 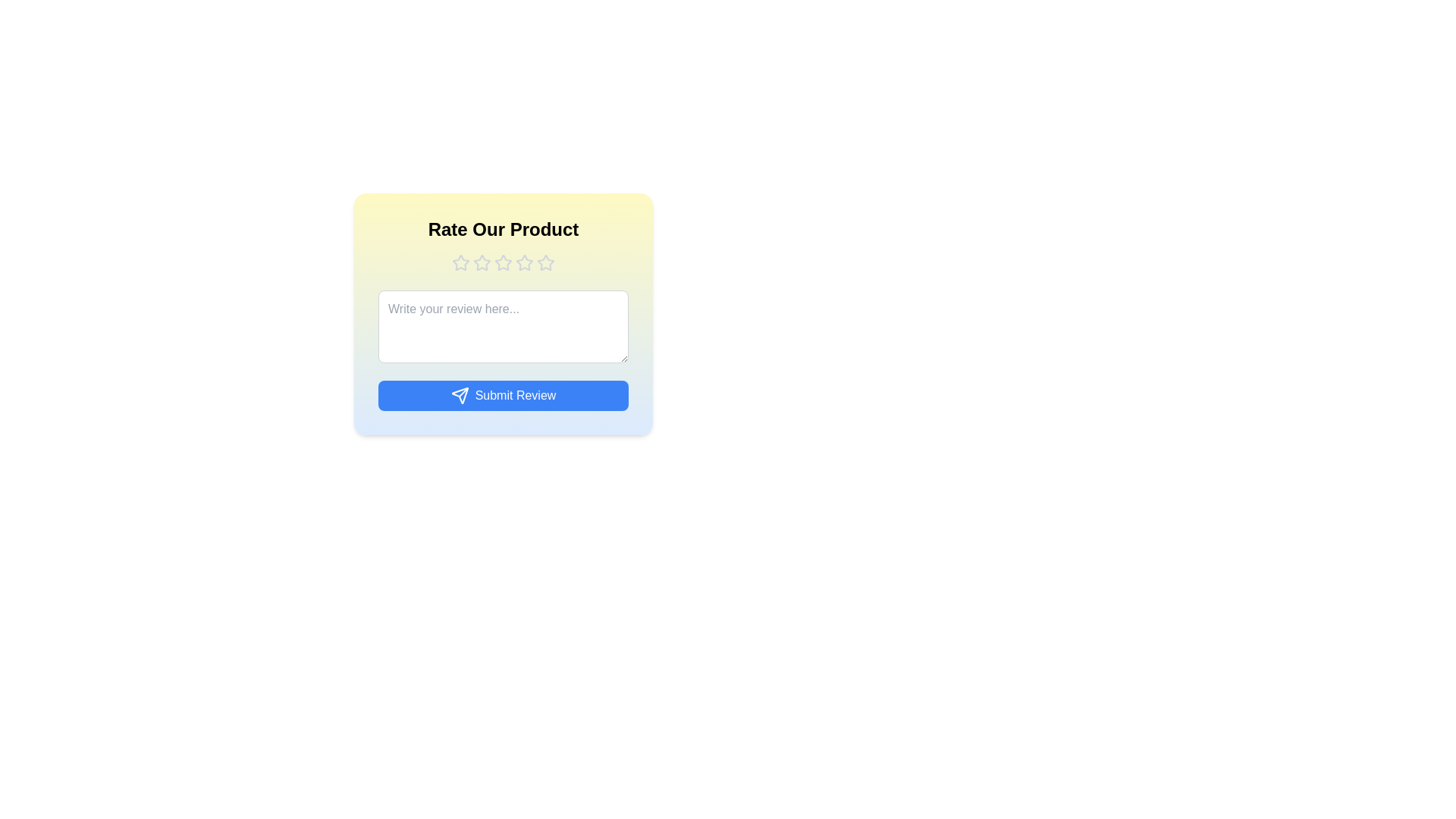 I want to click on the text area and type the review text, so click(x=503, y=326).